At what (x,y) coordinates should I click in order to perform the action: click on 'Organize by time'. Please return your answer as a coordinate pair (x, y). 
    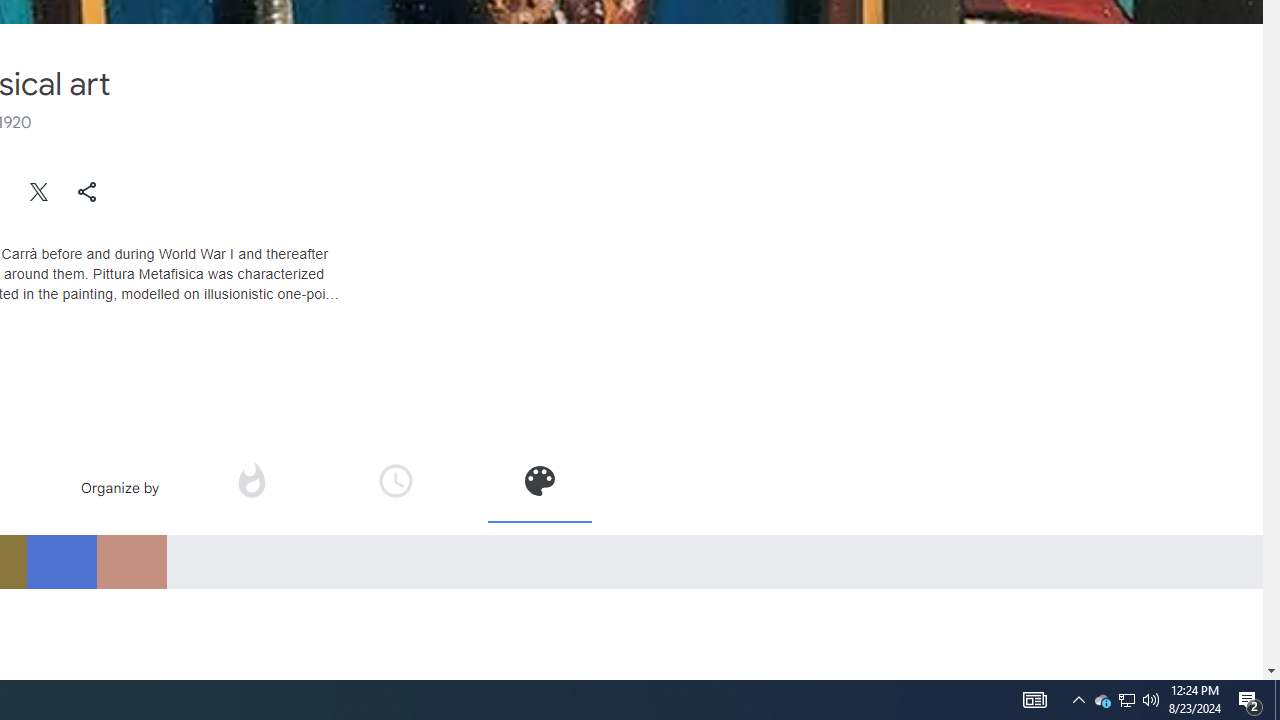
    Looking at the image, I should click on (395, 480).